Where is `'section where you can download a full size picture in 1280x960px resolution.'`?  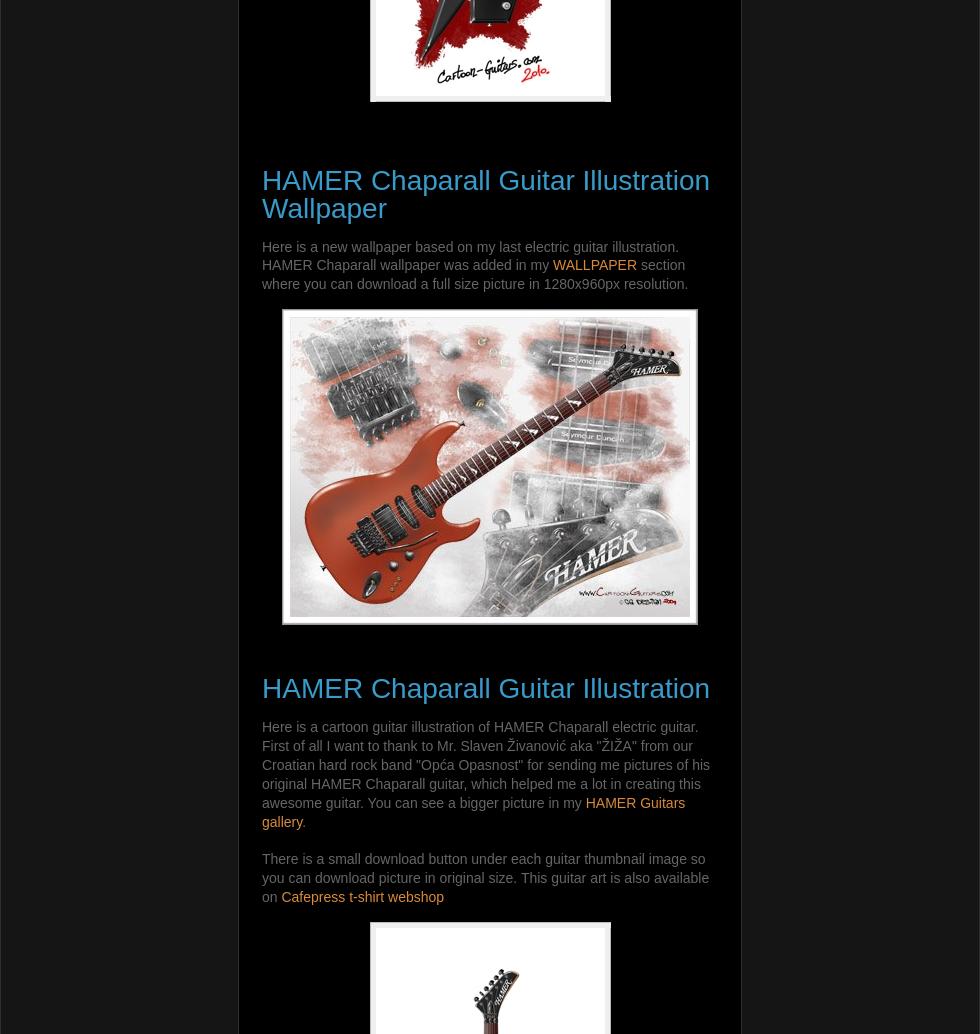
'section where you can download a full size picture in 1280x960px resolution.' is located at coordinates (261, 273).